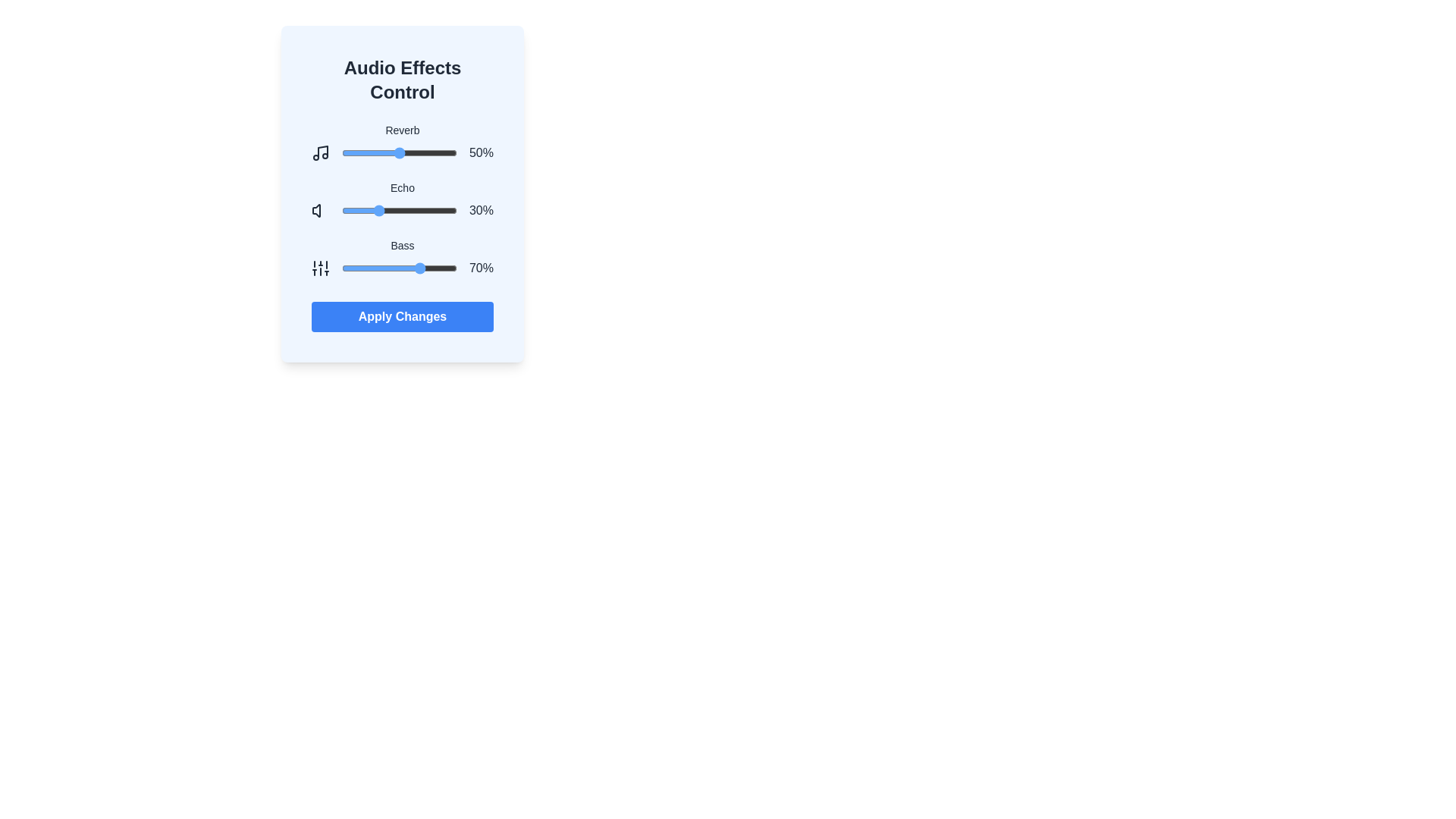  Describe the element at coordinates (319, 268) in the screenshot. I see `the 'Bass' control icon, which is the leftmost element in the 'Bass' control row of the audio control interface, positioned to the left of the horizontal slider and '70%' text` at that location.